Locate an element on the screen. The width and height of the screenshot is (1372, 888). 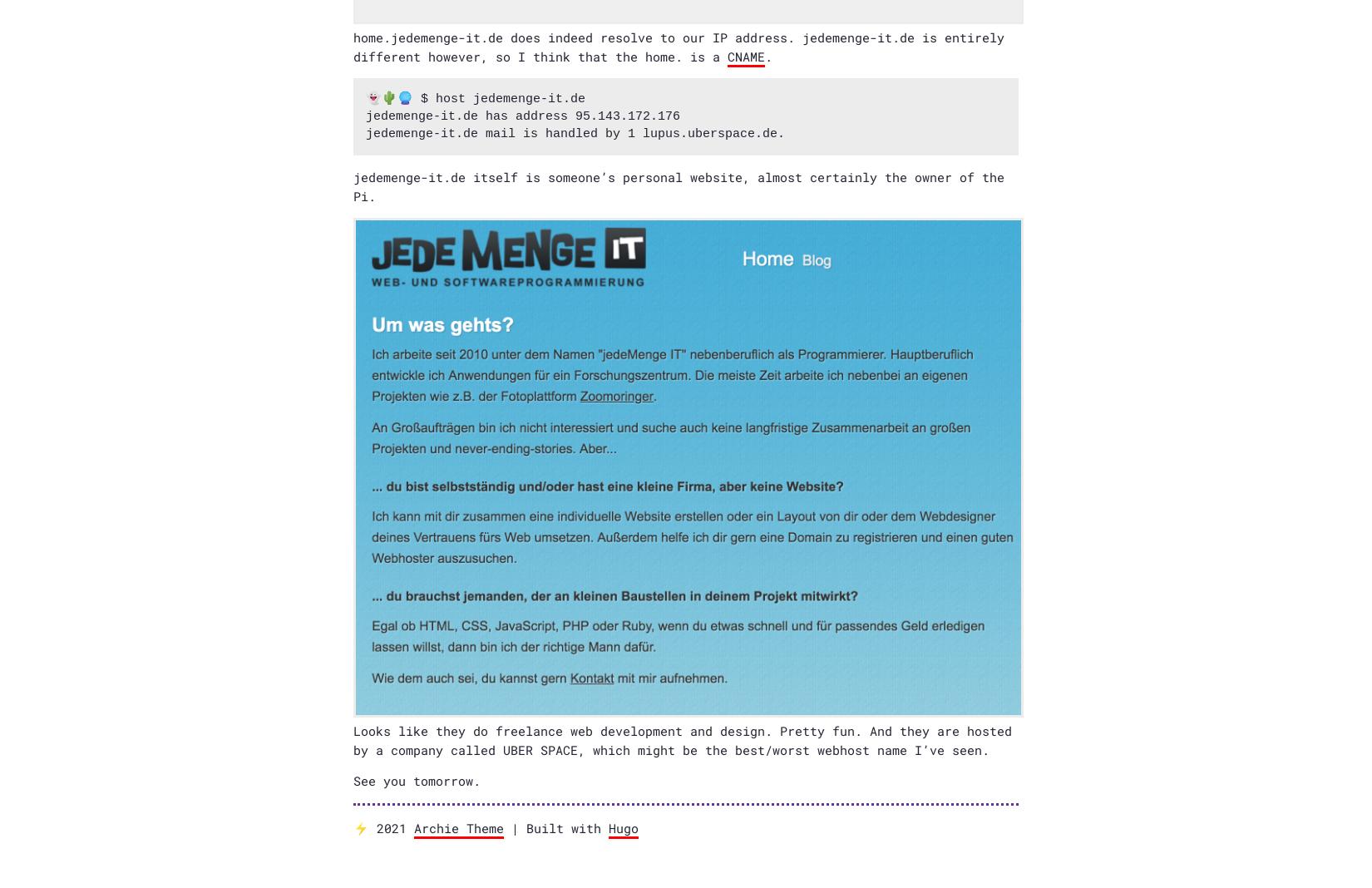
'CNAME' is located at coordinates (746, 54).